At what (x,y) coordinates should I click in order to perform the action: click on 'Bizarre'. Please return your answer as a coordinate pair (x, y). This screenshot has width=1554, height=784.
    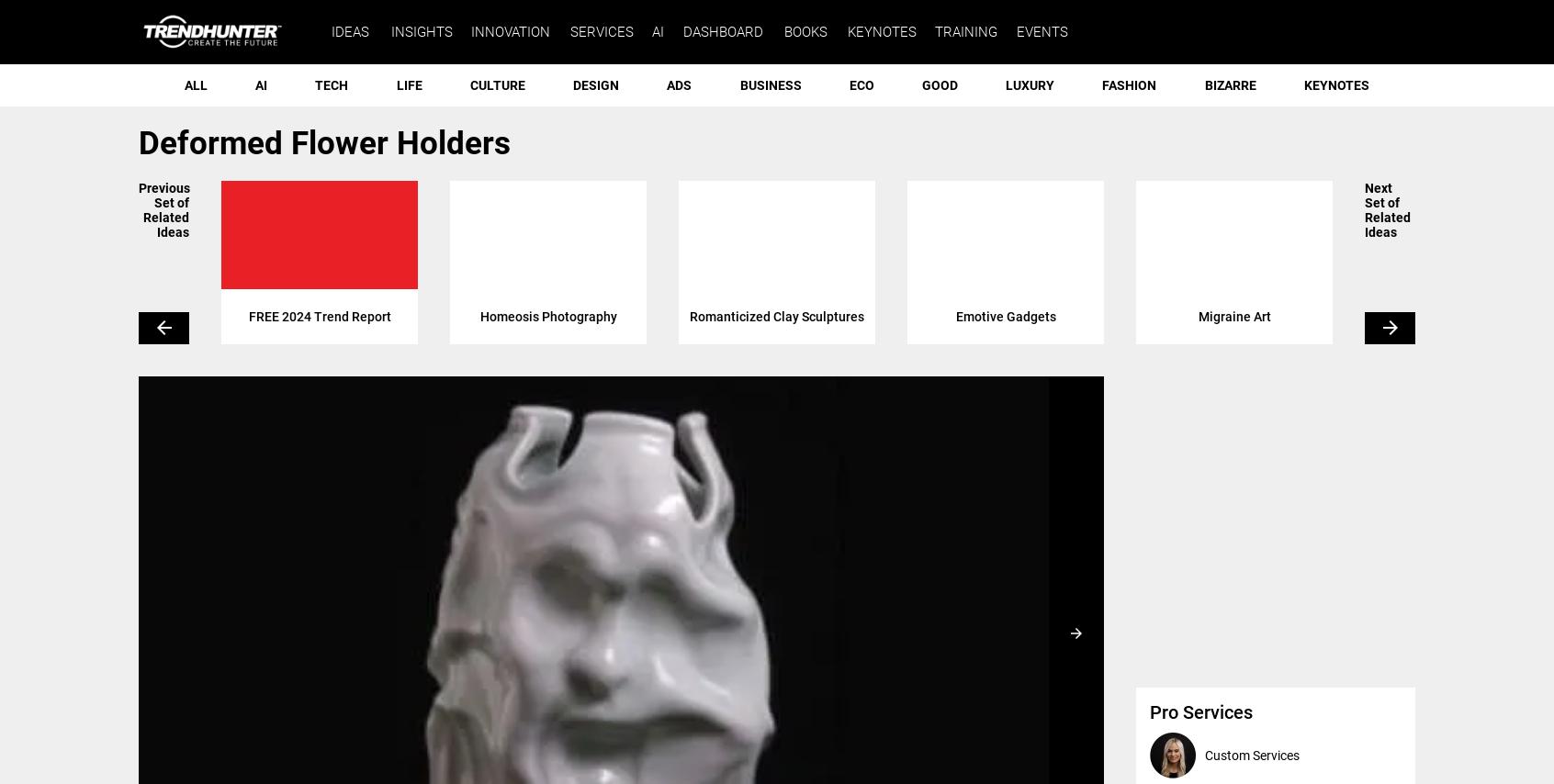
    Looking at the image, I should click on (1202, 85).